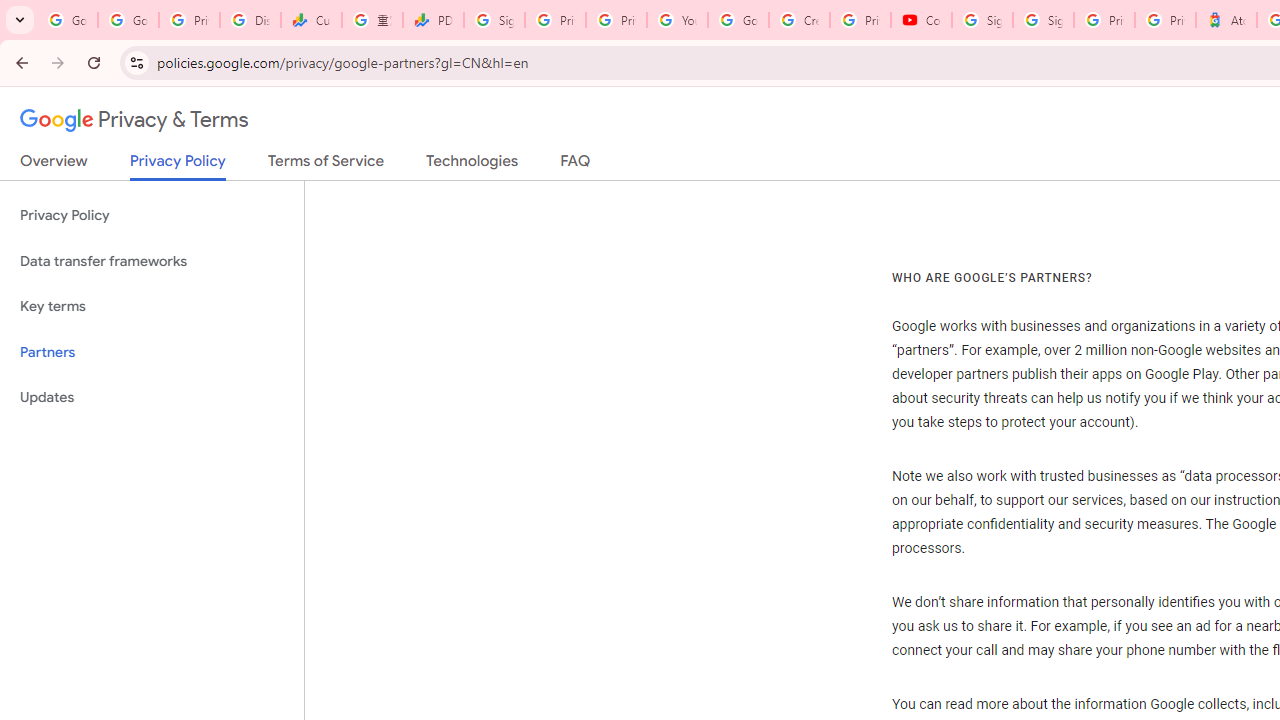  Describe the element at coordinates (67, 20) in the screenshot. I see `'Google Workspace Admin Community'` at that location.